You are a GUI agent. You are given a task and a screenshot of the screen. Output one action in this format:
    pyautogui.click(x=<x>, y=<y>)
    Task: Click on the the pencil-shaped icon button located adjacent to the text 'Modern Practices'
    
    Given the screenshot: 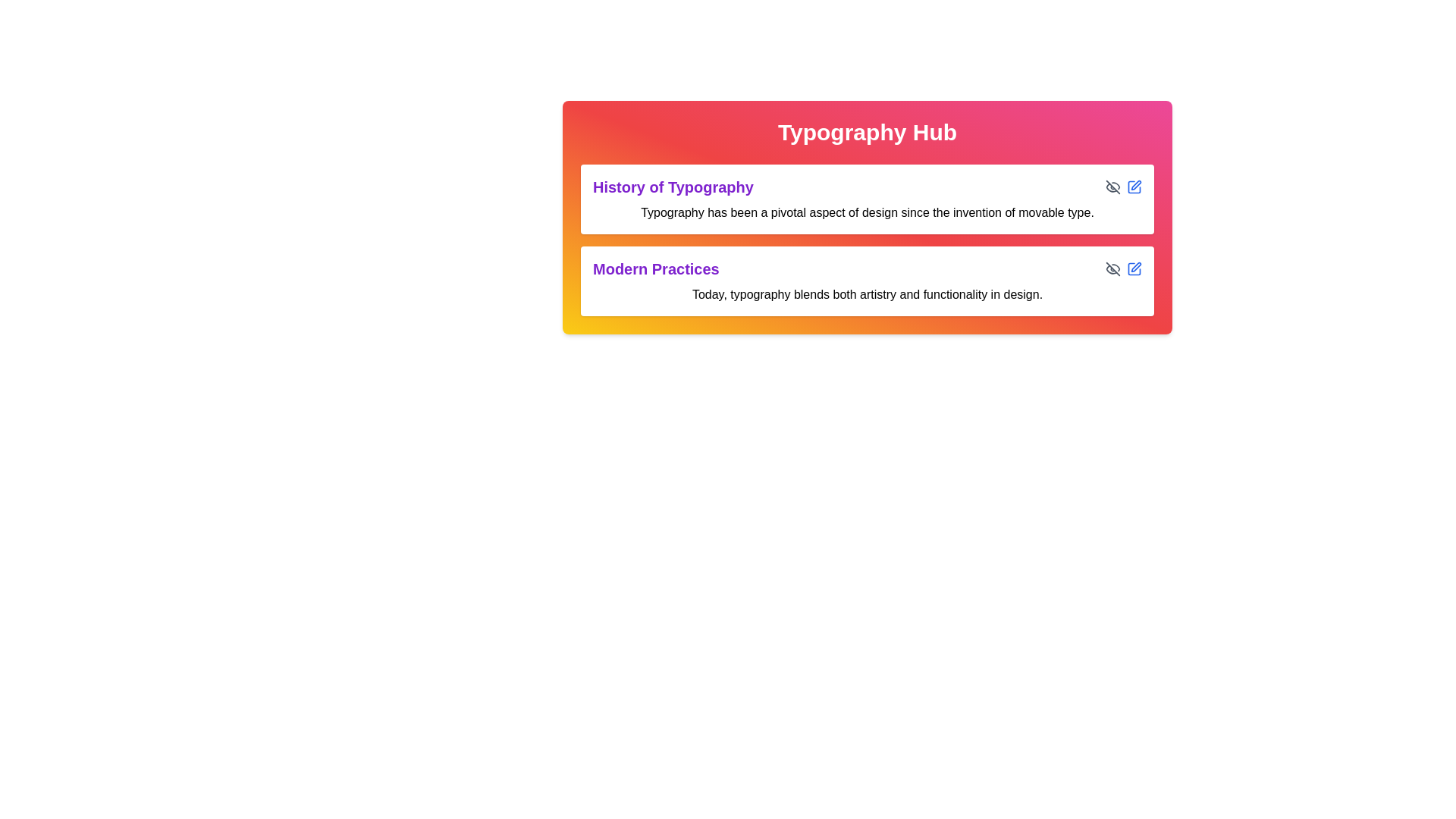 What is the action you would take?
    pyautogui.click(x=1136, y=266)
    